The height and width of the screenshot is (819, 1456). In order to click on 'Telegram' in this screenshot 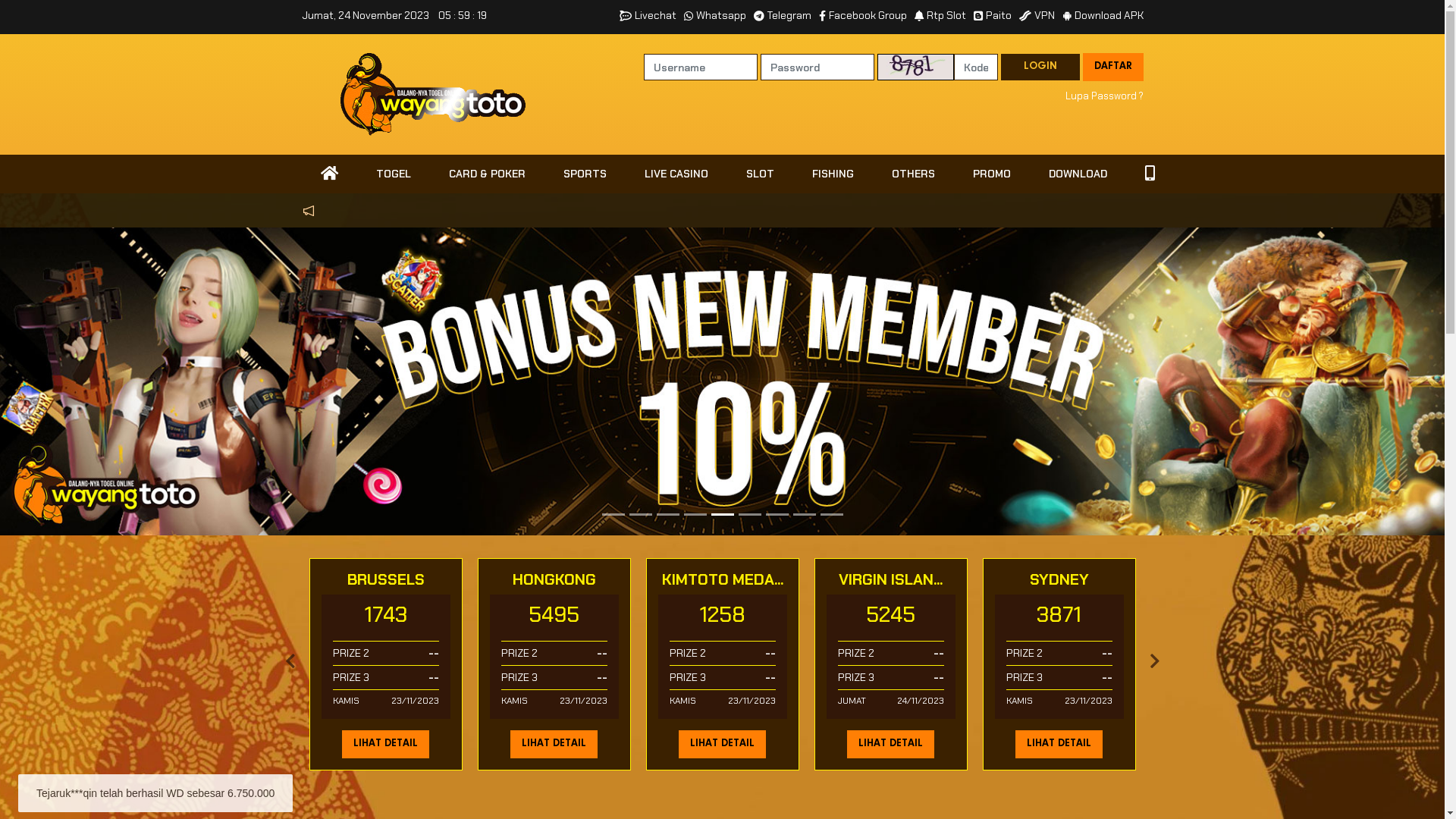, I will do `click(783, 15)`.